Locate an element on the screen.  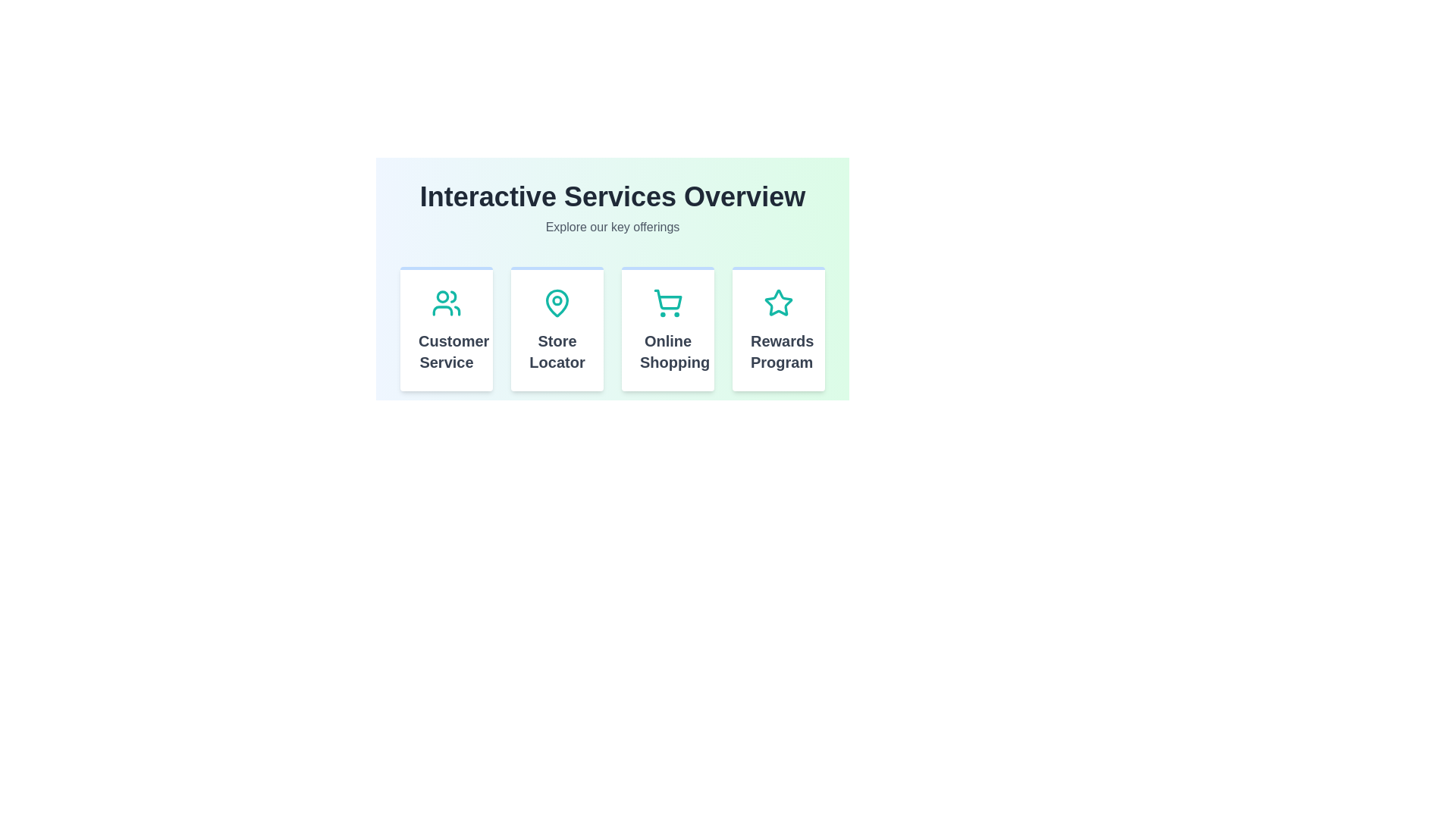
the teal star icon within the 'Rewards Program' card, which is located at the center of the card's top part is located at coordinates (779, 303).